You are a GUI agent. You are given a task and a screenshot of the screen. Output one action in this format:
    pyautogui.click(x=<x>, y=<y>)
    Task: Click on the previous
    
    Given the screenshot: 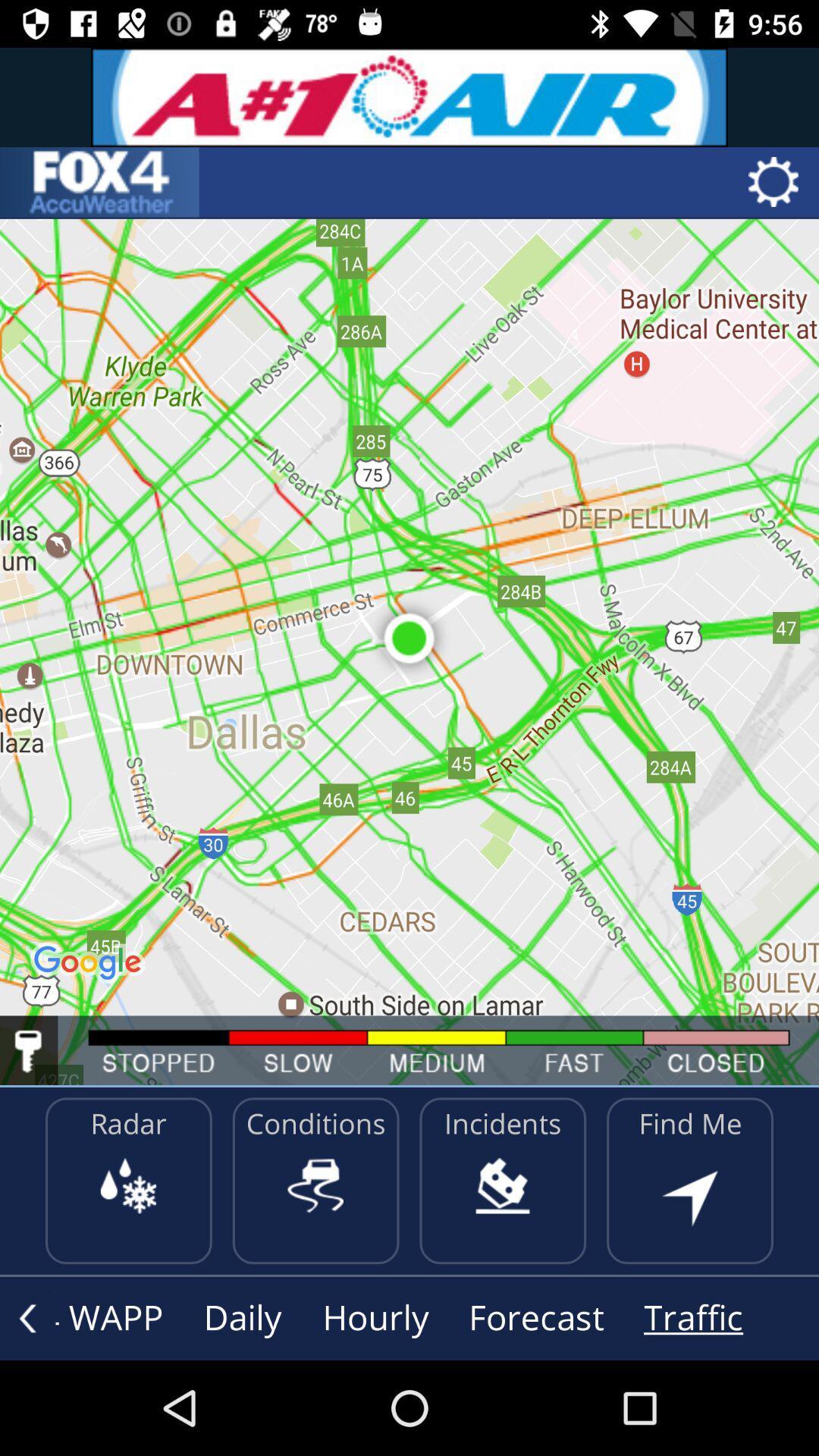 What is the action you would take?
    pyautogui.click(x=27, y=1317)
    